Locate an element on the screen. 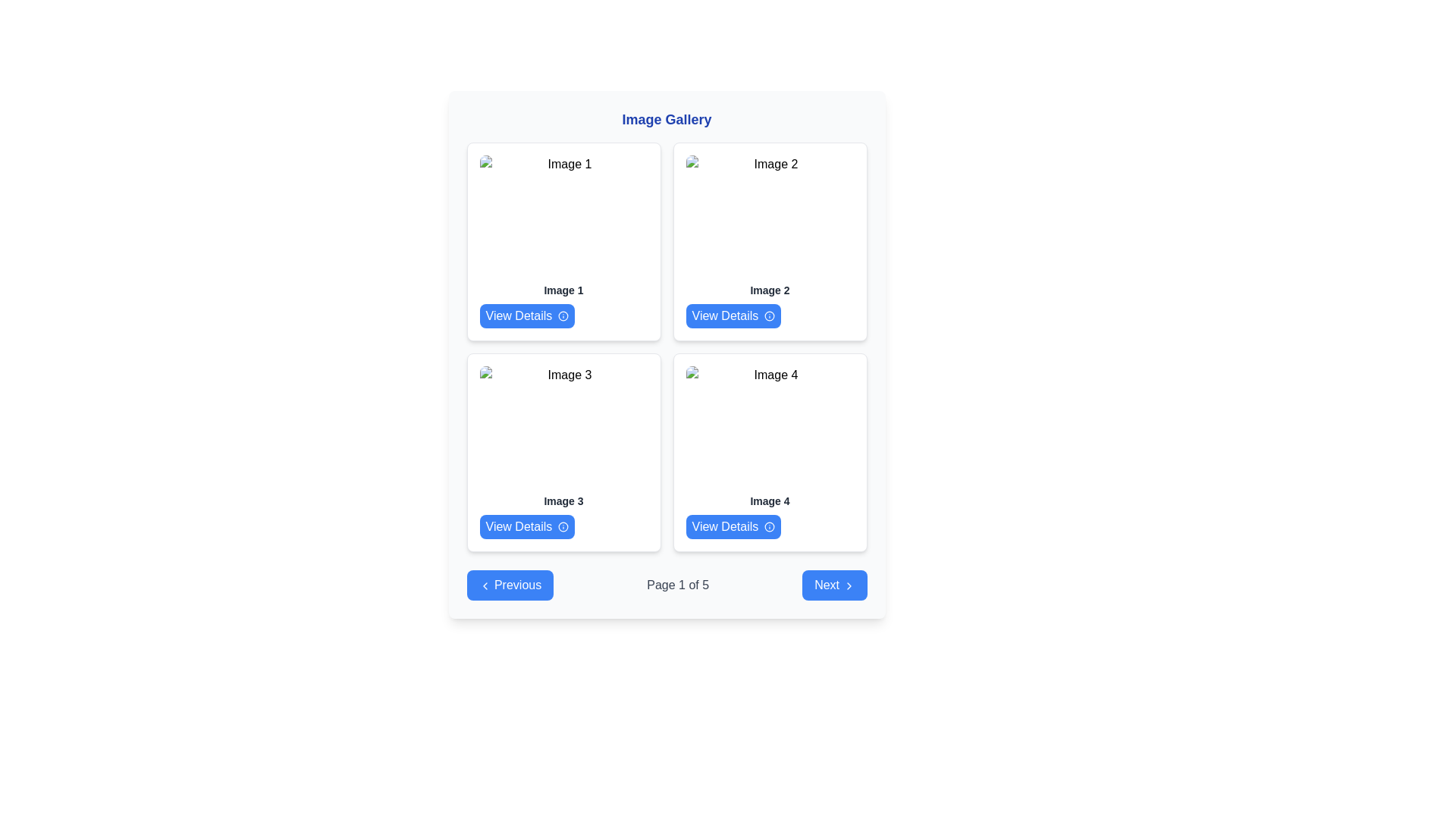  the small circular icon with a blue border and white inner fill, located within the 'View Details' button of the fourth item in the image gallery is located at coordinates (770, 526).